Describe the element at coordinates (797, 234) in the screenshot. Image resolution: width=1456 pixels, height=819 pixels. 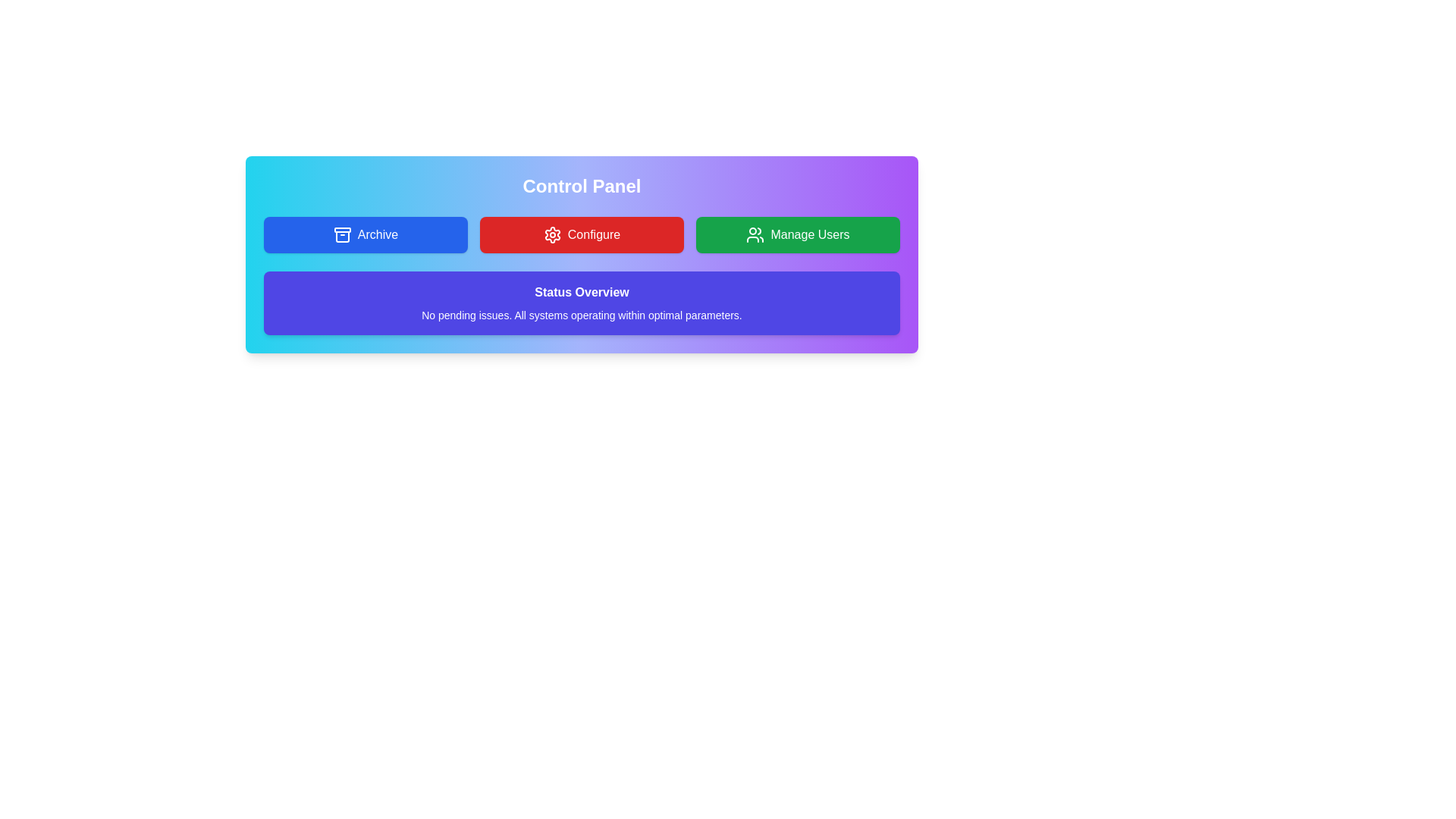
I see `the third button in a horizontal row of three buttons, located to the right of 'Archive' and 'Configure'` at that location.